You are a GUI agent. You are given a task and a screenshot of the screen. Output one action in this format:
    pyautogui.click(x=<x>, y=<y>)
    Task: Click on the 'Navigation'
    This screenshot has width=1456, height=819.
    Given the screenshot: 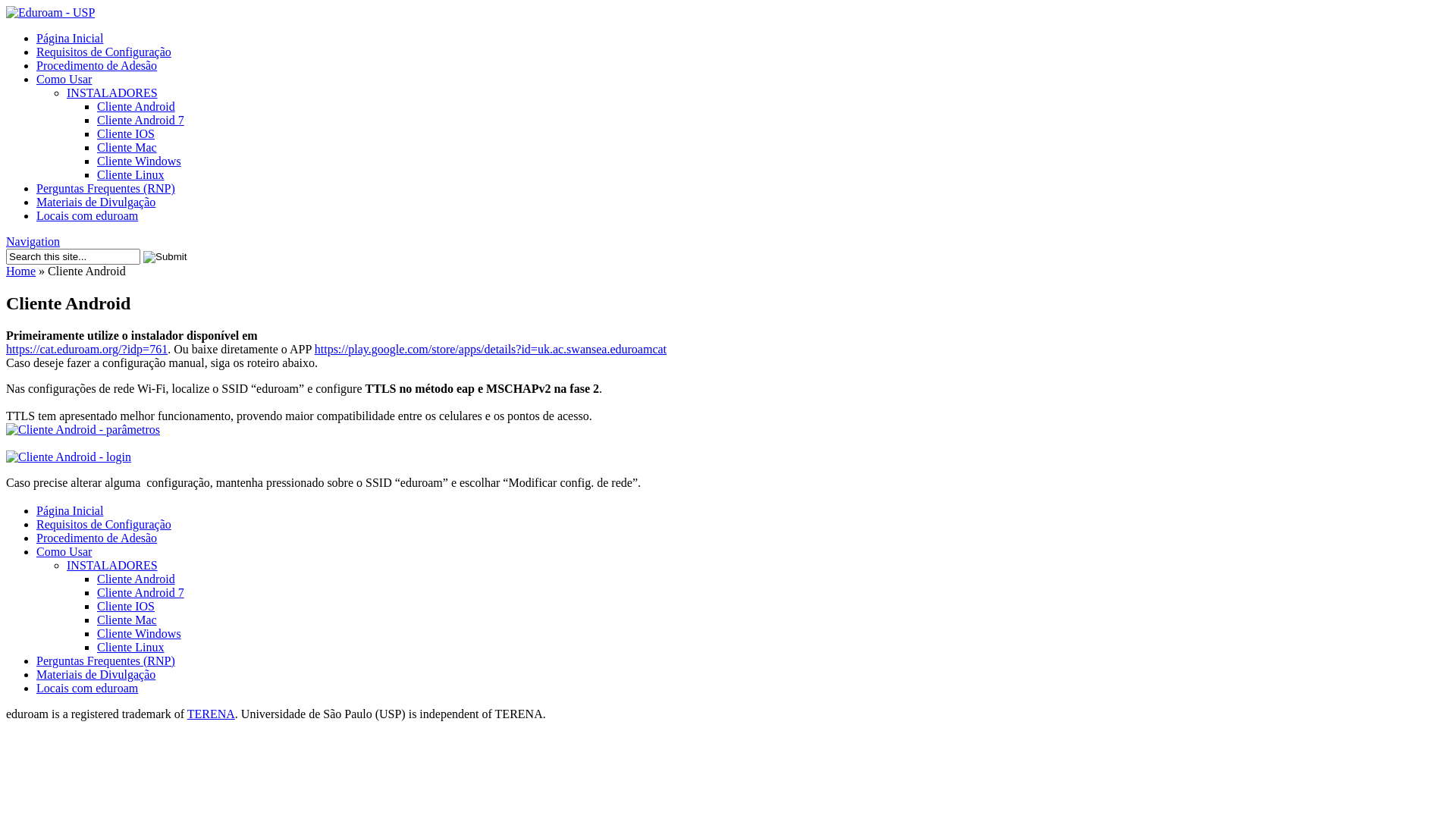 What is the action you would take?
    pyautogui.click(x=33, y=240)
    